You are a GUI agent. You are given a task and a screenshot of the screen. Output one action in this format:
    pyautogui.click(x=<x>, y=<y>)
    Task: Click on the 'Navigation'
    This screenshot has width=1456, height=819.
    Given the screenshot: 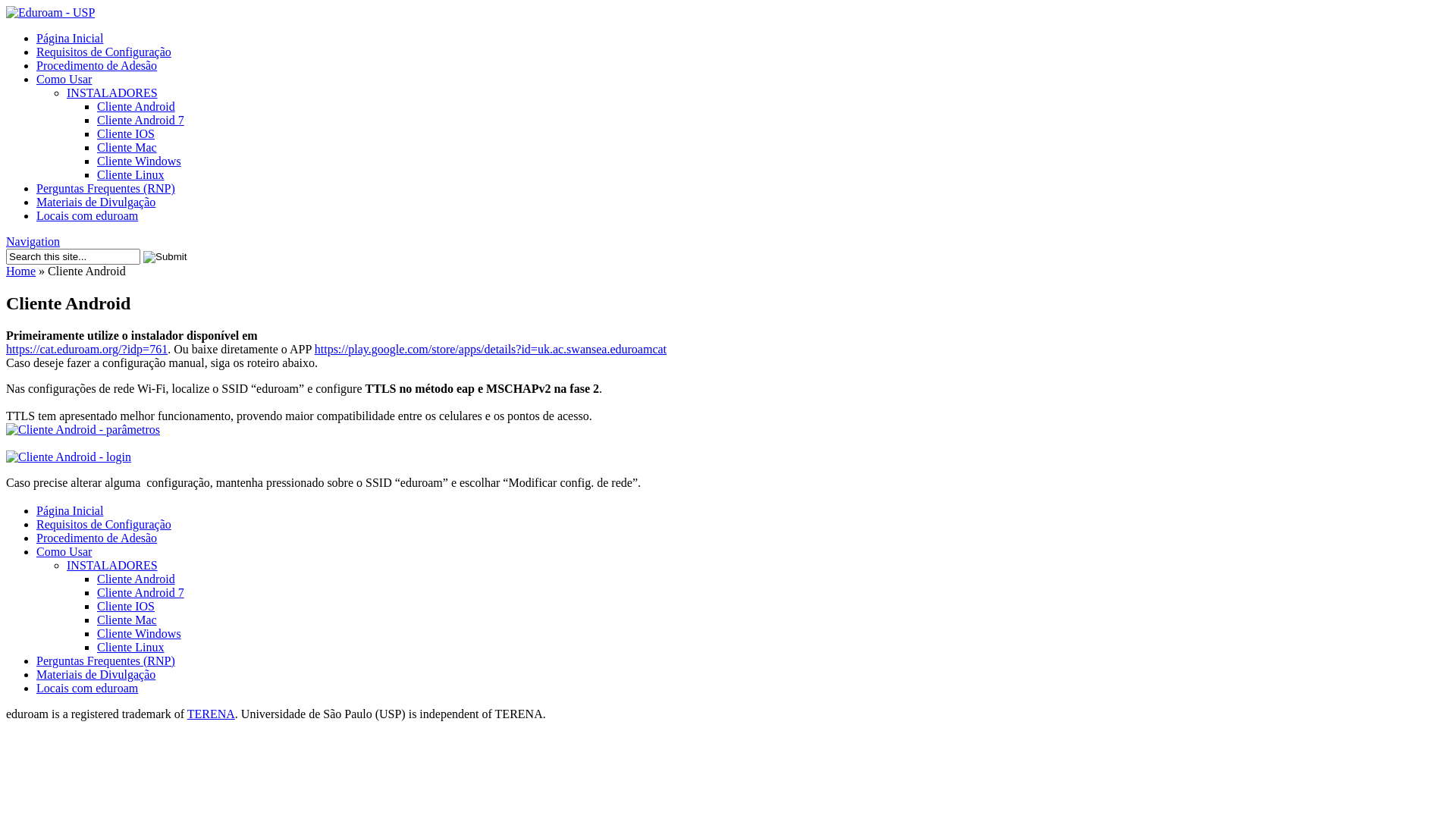 What is the action you would take?
    pyautogui.click(x=33, y=240)
    